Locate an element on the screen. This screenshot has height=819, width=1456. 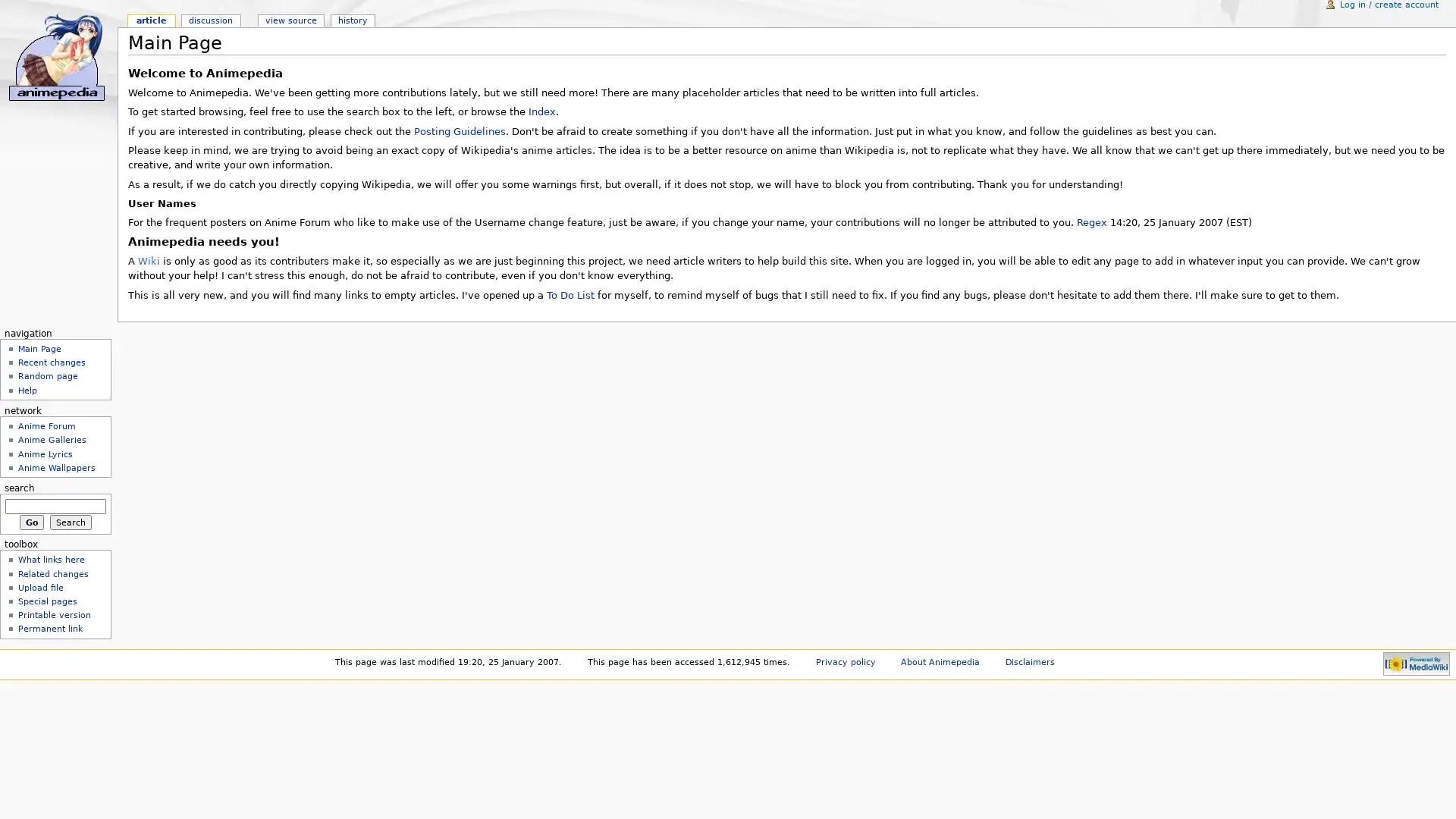
Search is located at coordinates (70, 520).